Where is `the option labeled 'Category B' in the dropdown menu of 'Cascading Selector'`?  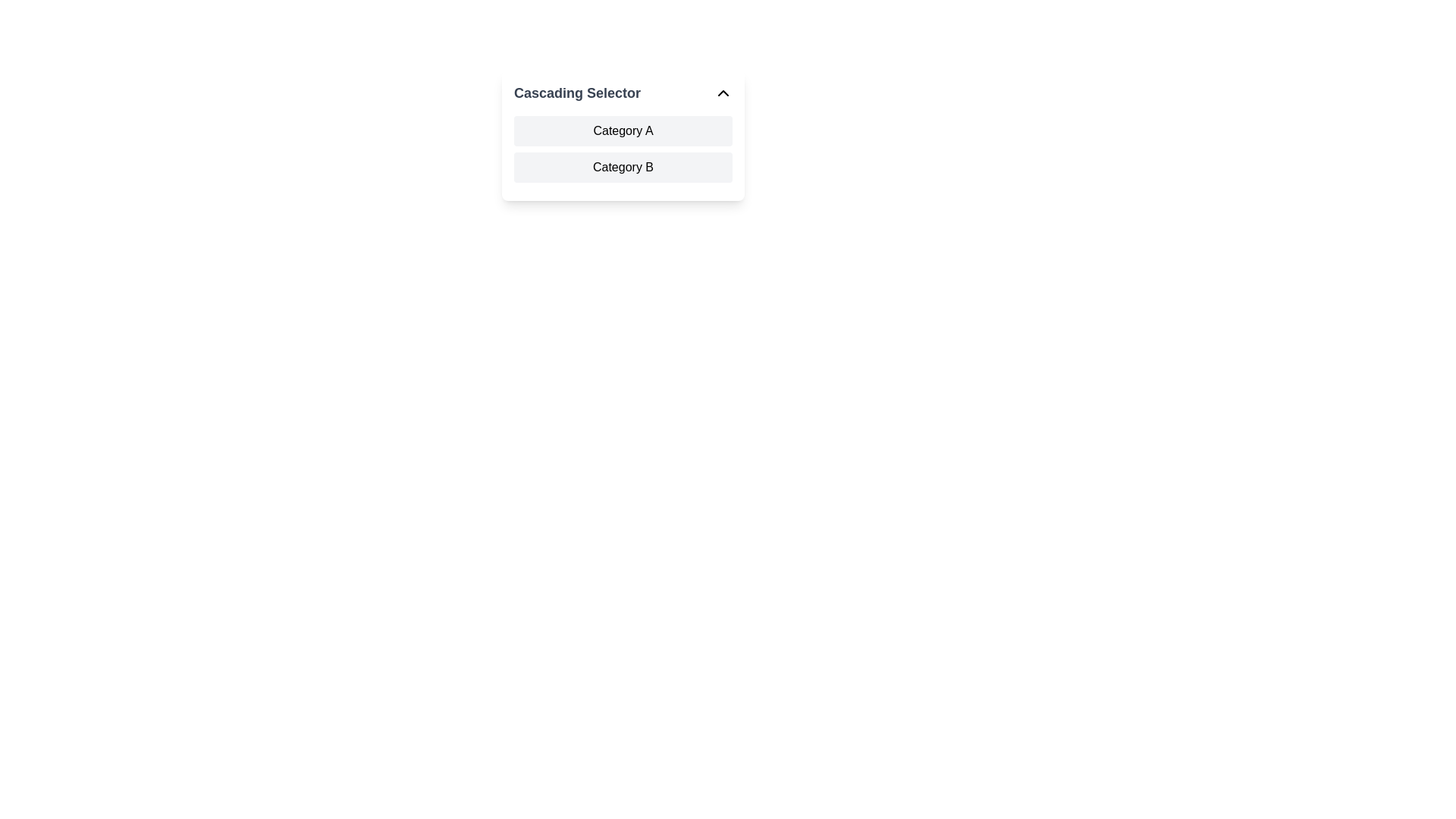 the option labeled 'Category B' in the dropdown menu of 'Cascading Selector' is located at coordinates (623, 167).